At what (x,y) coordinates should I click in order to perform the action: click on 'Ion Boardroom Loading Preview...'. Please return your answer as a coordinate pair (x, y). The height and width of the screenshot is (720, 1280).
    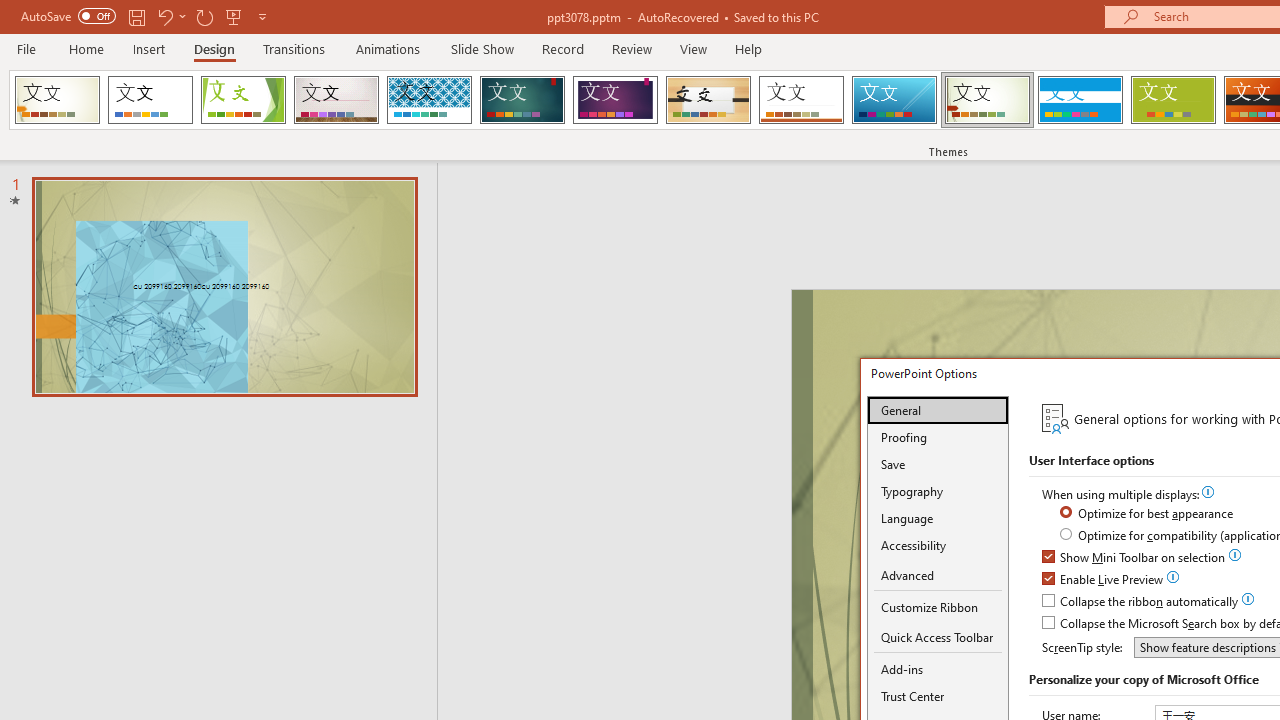
    Looking at the image, I should click on (614, 100).